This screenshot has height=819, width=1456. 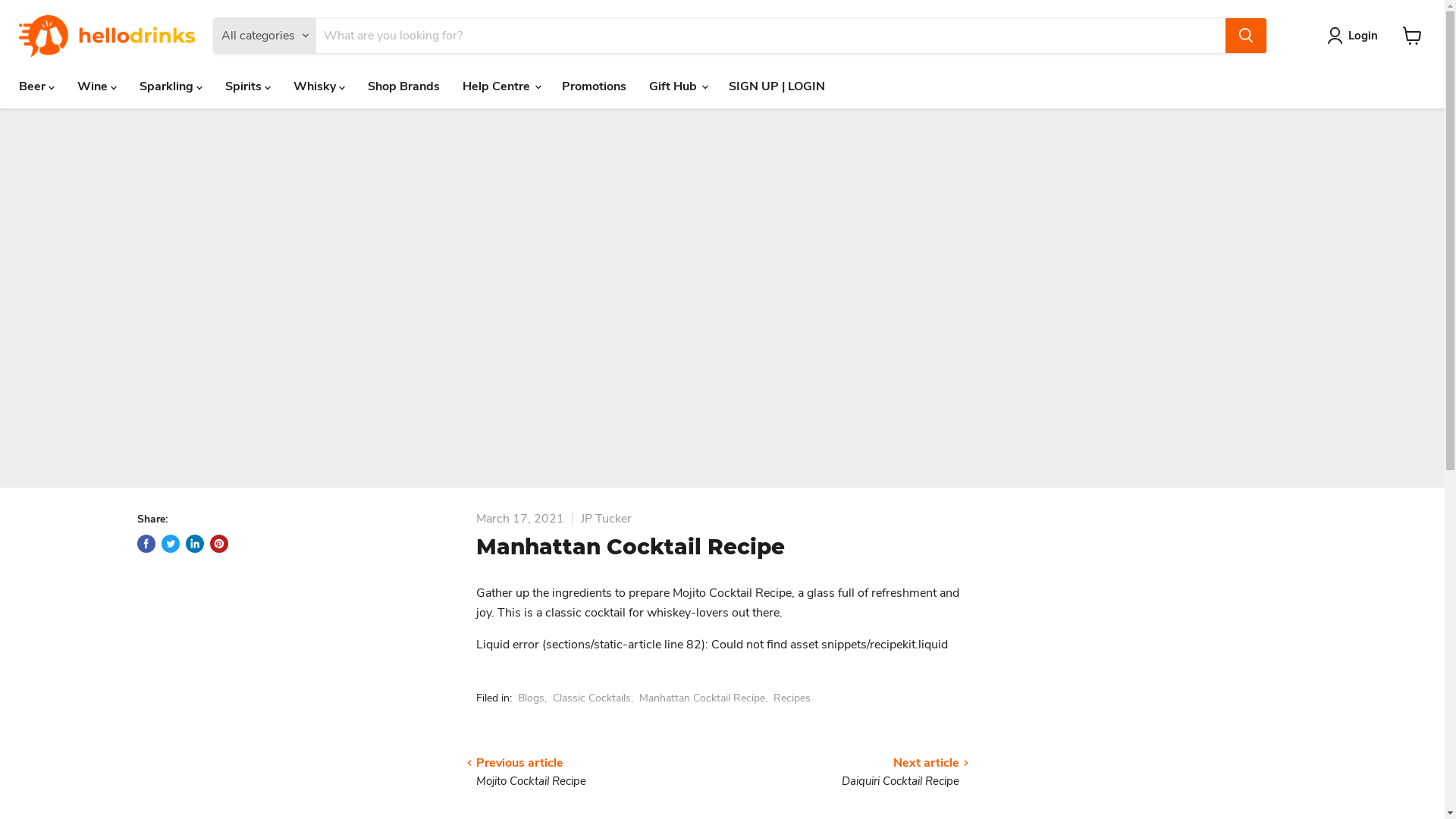 I want to click on 'Share on LinkedIn', so click(x=193, y=543).